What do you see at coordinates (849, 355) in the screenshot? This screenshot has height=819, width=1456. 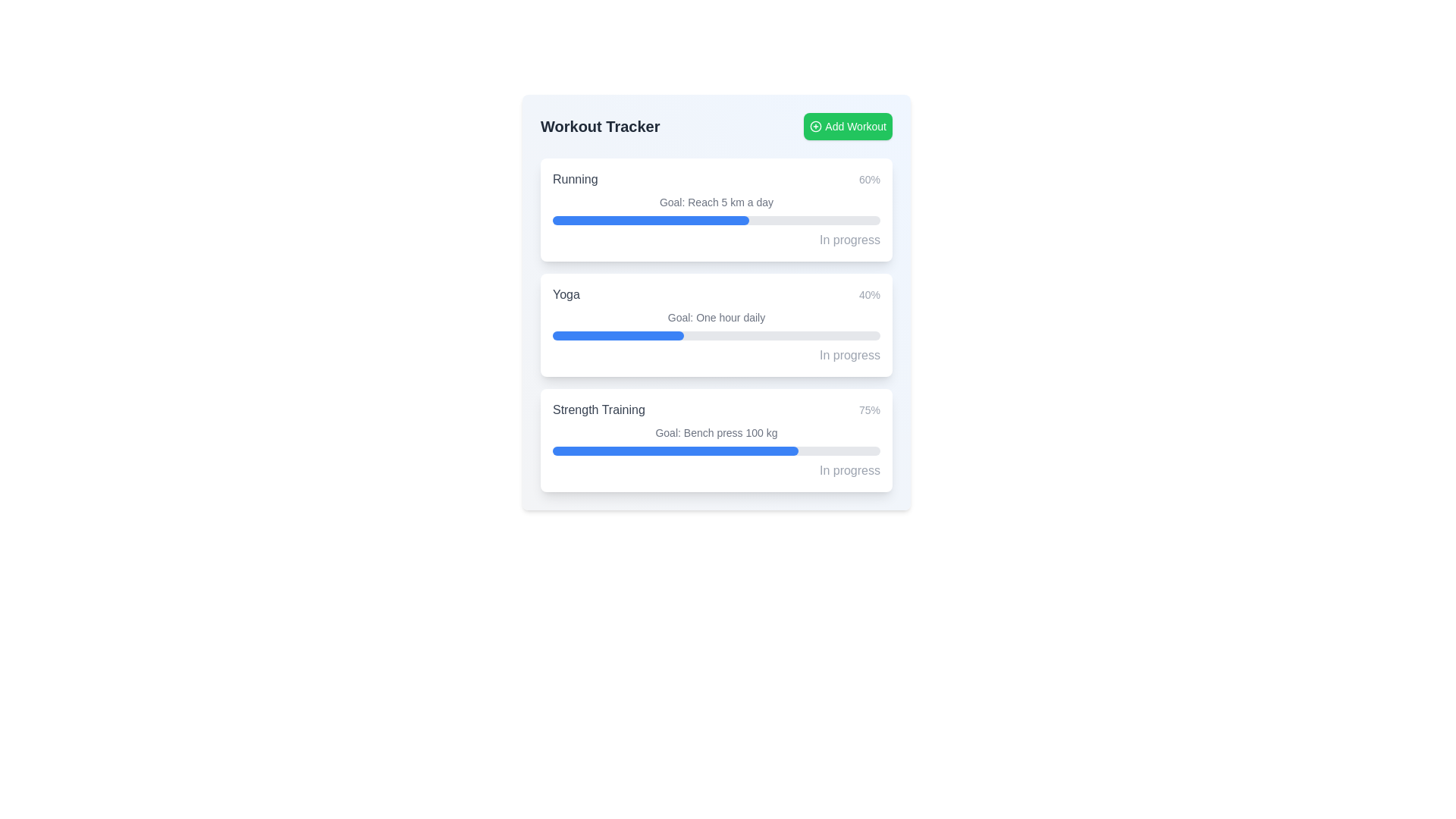 I see `the 'In progress' Text Label located under the progress bar and to the right of the goal description in the bottom-right corner of the Yoga activity card` at bounding box center [849, 355].